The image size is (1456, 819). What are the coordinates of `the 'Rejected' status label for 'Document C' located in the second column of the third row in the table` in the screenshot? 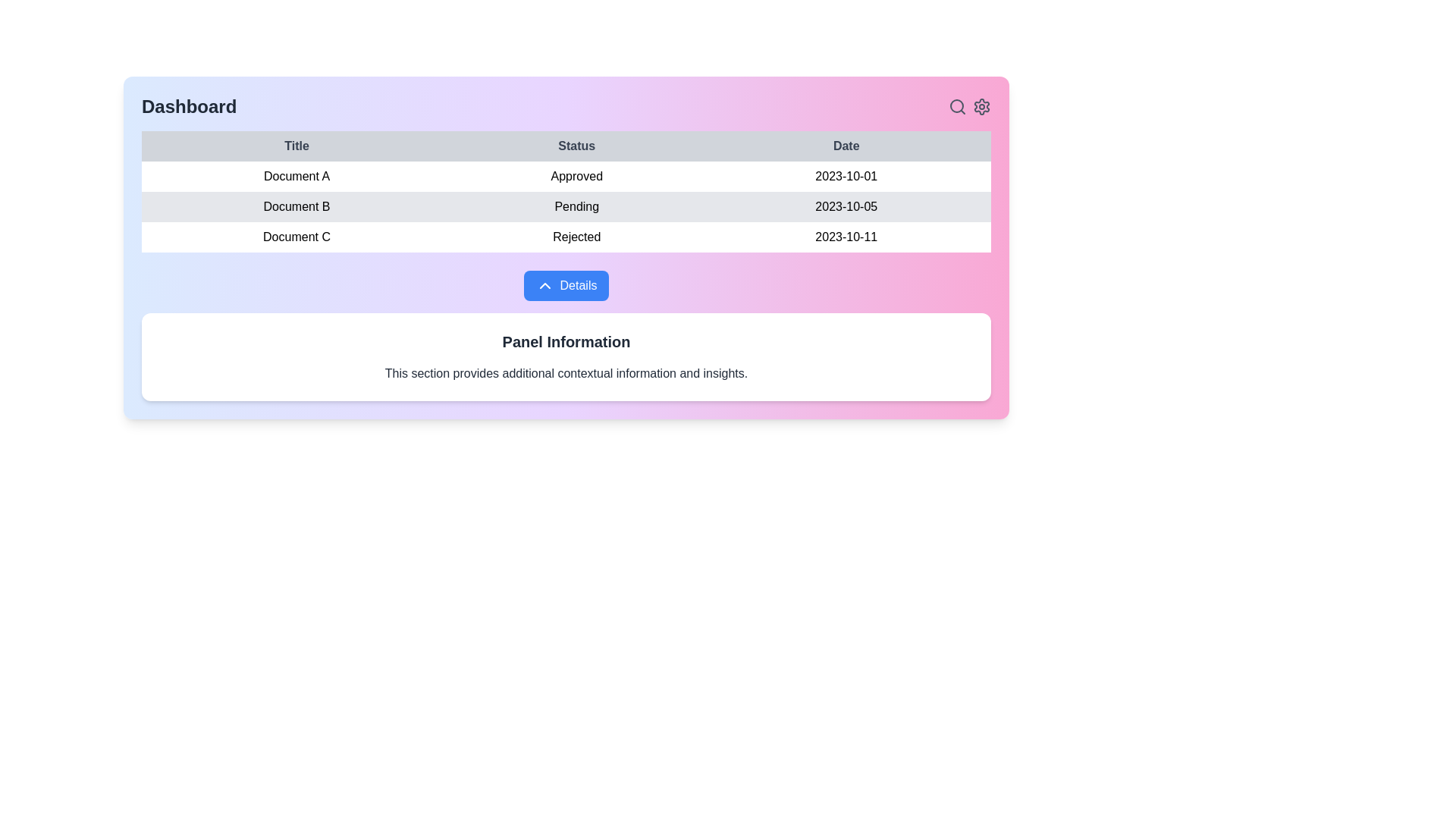 It's located at (576, 237).